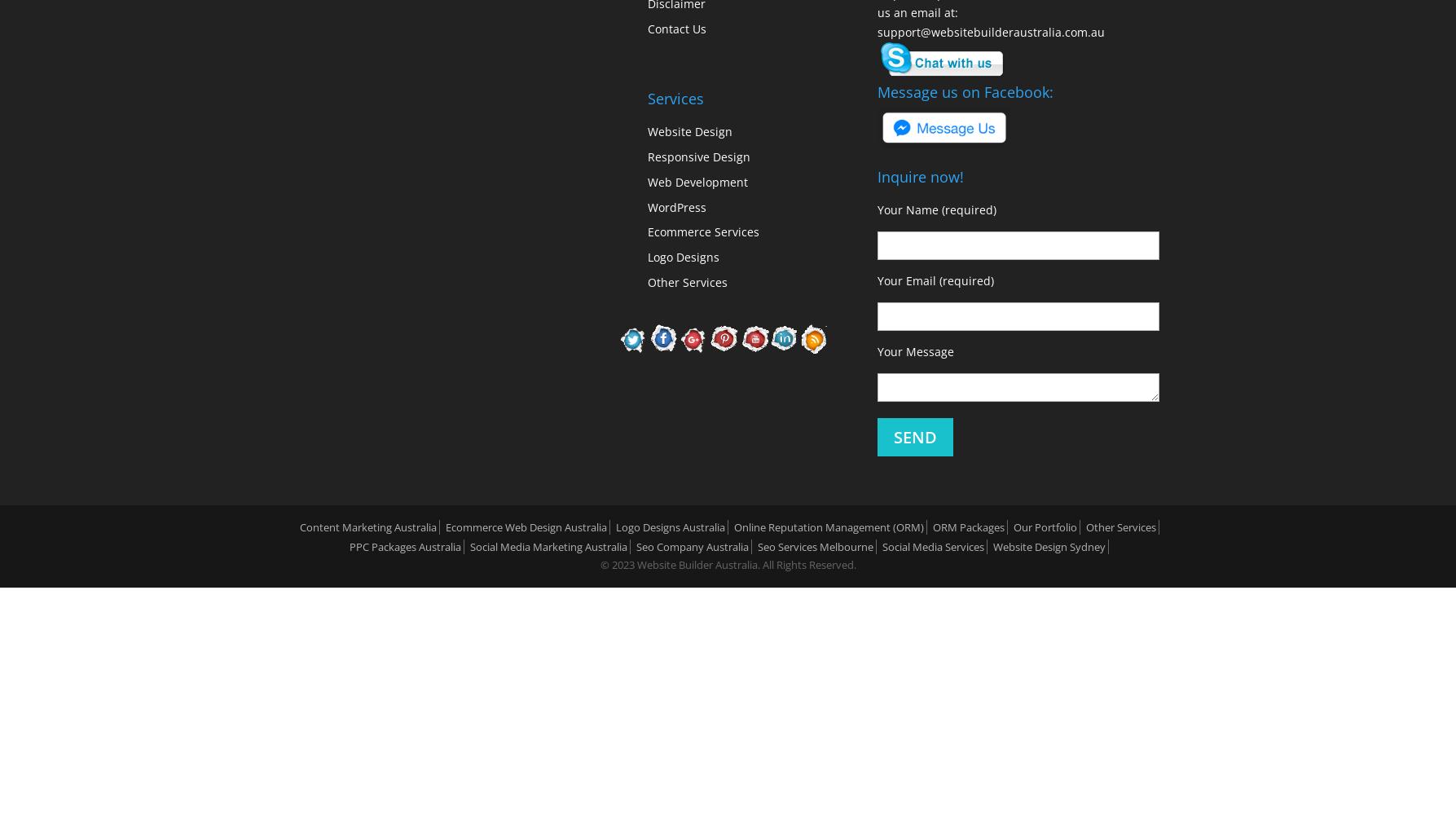  Describe the element at coordinates (878, 176) in the screenshot. I see `'Inquire now!'` at that location.